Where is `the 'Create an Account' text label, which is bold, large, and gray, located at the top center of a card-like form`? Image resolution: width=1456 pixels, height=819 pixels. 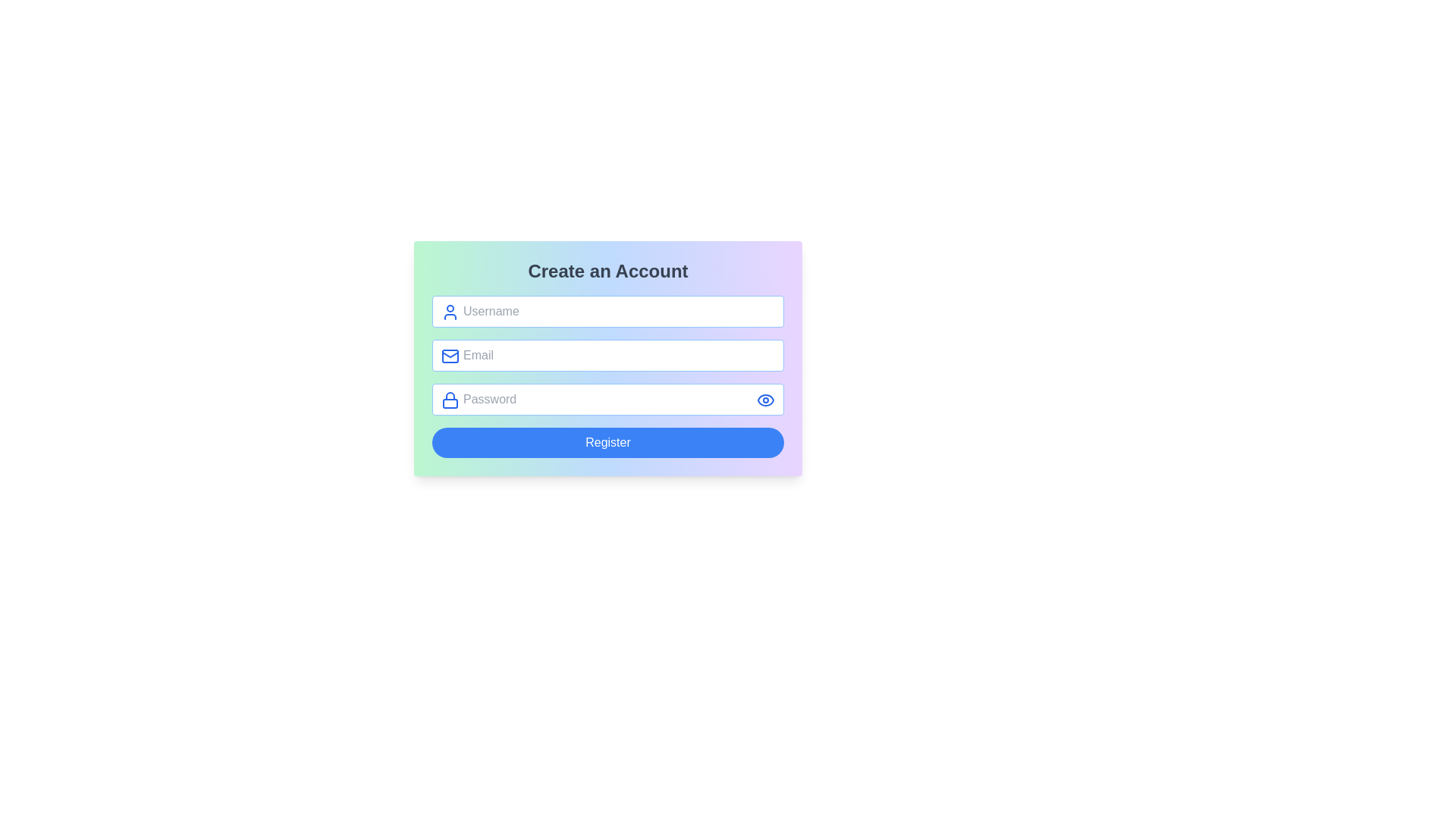 the 'Create an Account' text label, which is bold, large, and gray, located at the top center of a card-like form is located at coordinates (607, 271).